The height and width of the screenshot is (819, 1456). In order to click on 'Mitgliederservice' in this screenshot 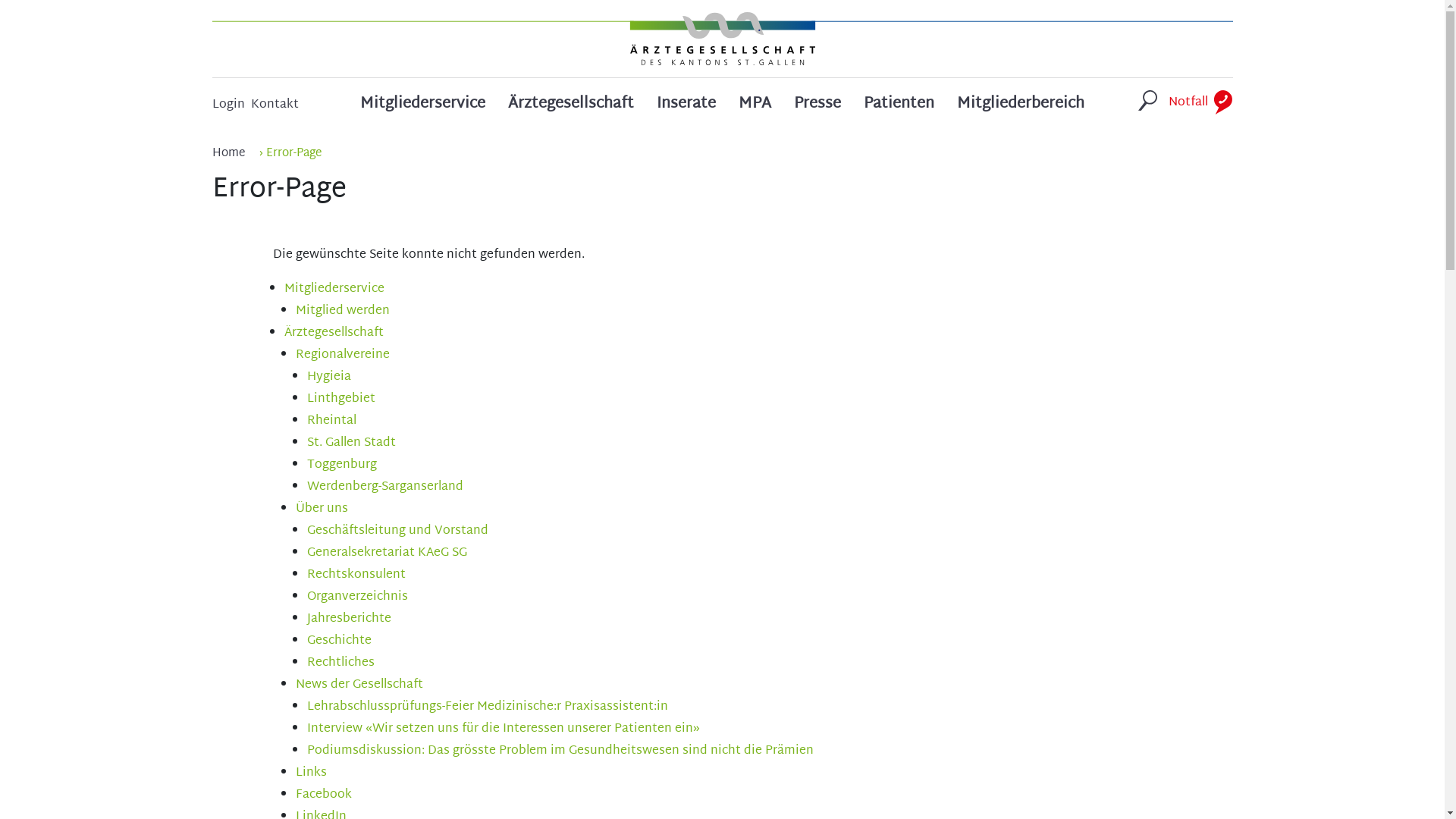, I will do `click(333, 289)`.